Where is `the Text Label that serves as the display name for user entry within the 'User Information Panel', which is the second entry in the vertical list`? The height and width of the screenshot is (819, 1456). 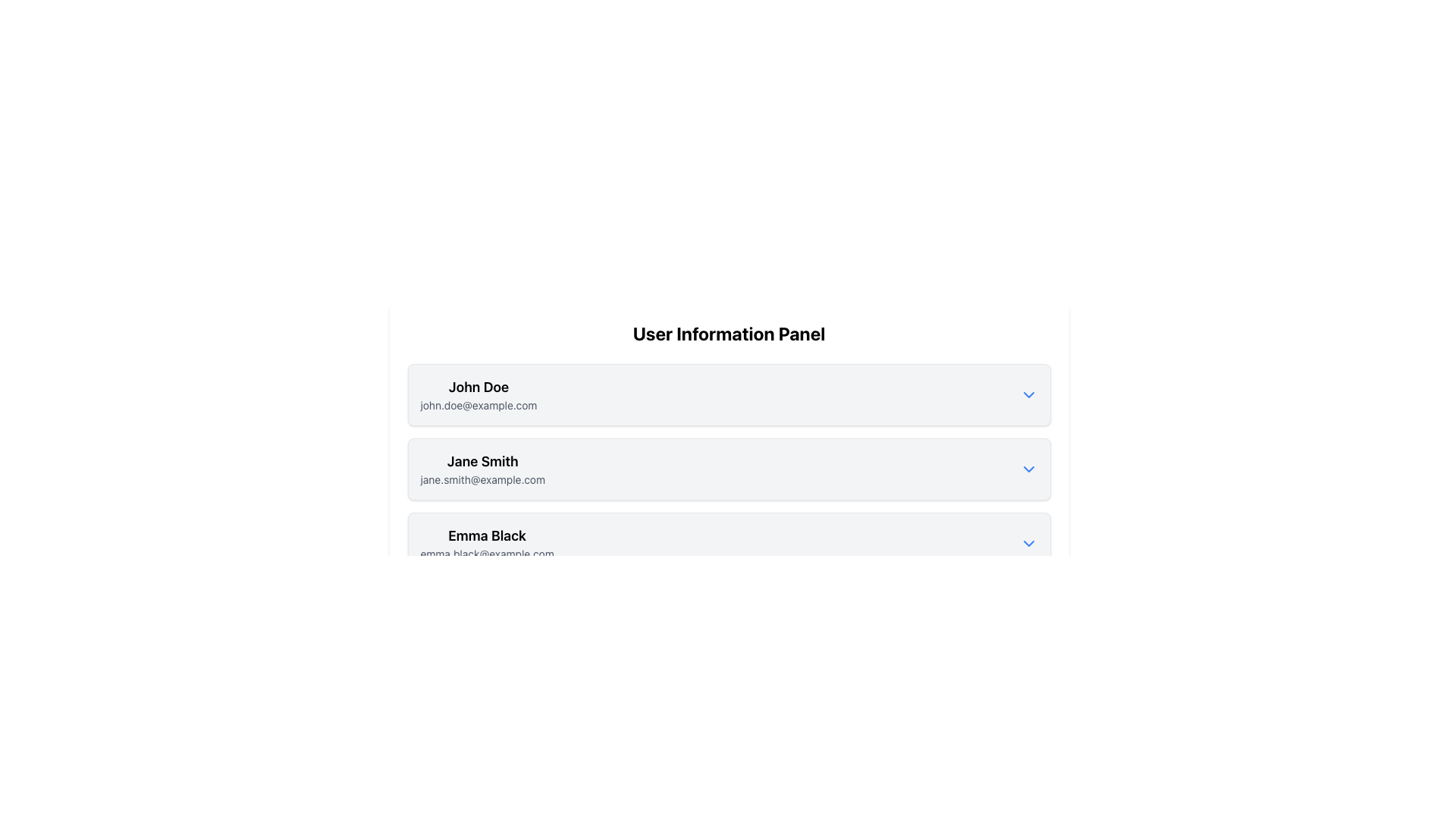
the Text Label that serves as the display name for user entry within the 'User Information Panel', which is the second entry in the vertical list is located at coordinates (482, 461).